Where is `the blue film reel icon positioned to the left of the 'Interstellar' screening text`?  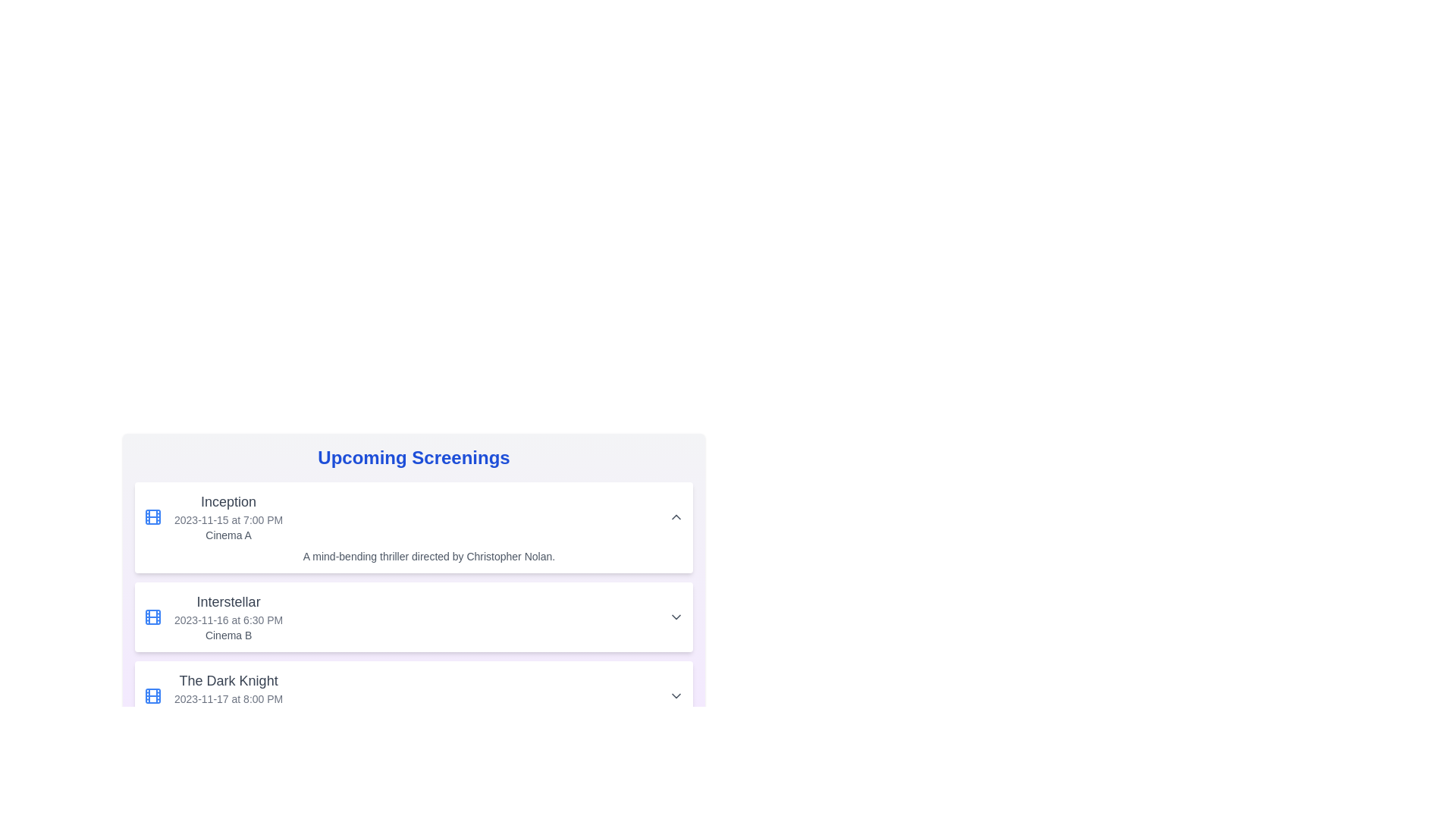
the blue film reel icon positioned to the left of the 'Interstellar' screening text is located at coordinates (152, 617).